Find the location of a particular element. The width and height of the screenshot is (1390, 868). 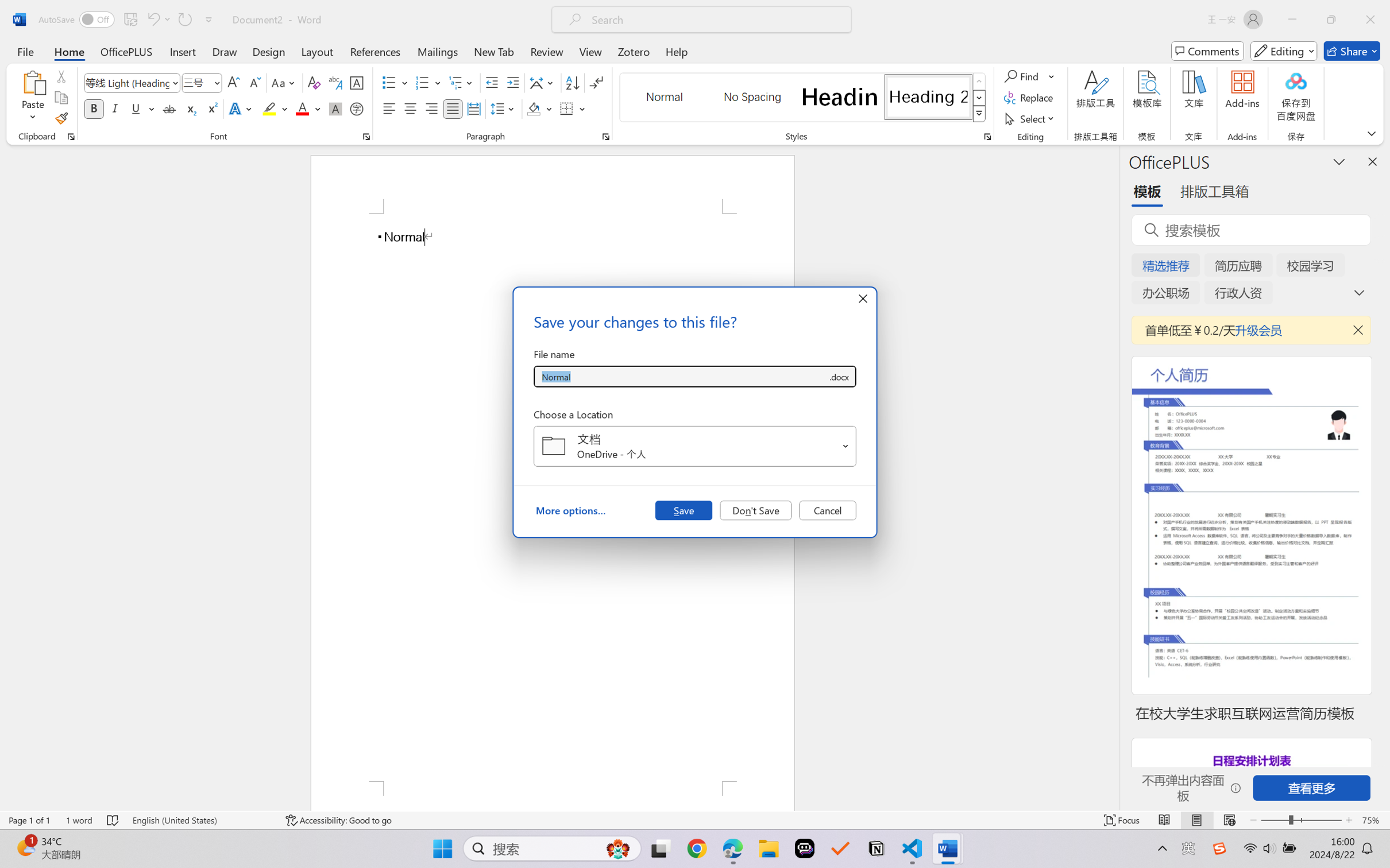

'Paste' is located at coordinates (33, 98).